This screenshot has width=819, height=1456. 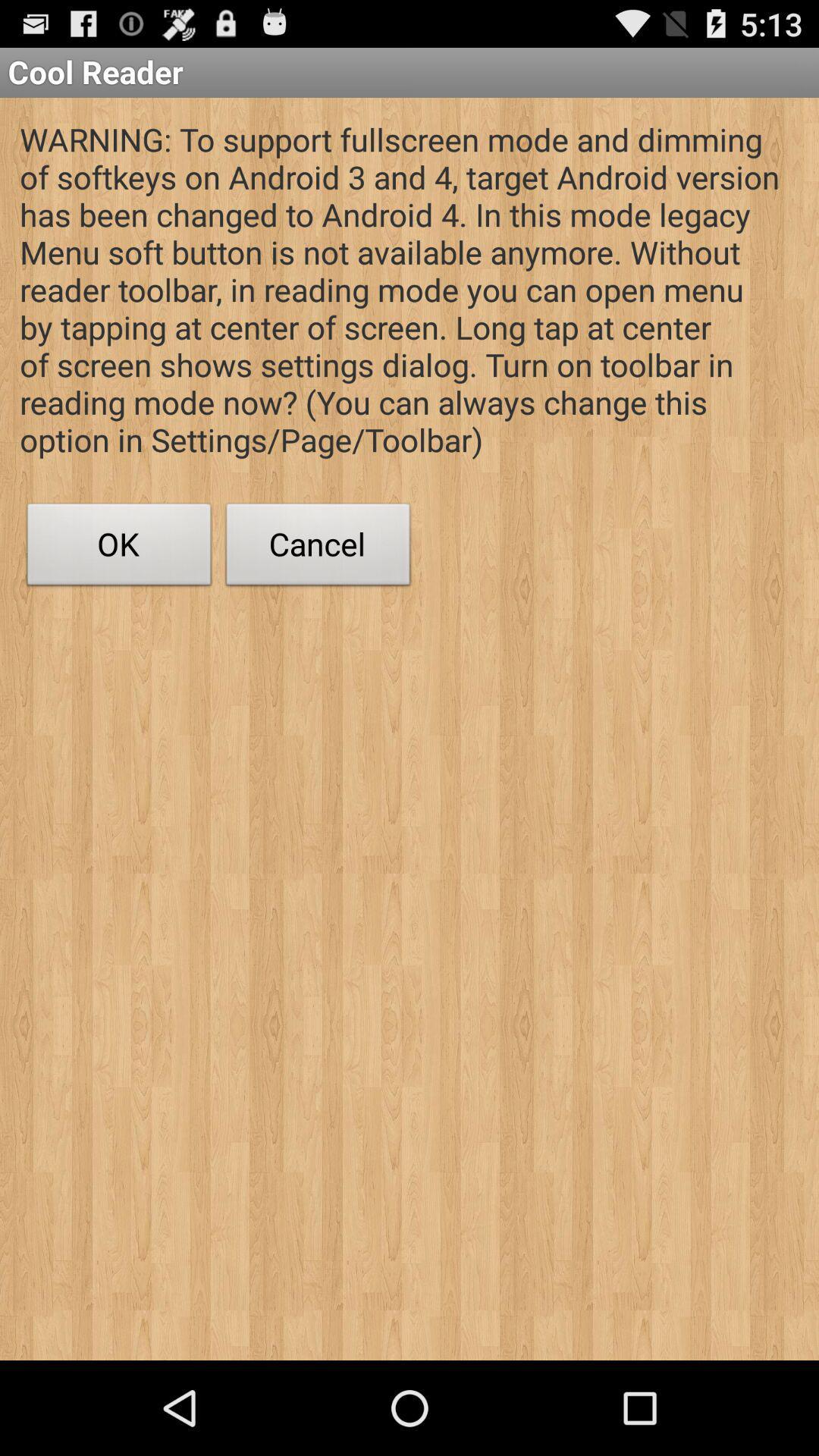 What do you see at coordinates (318, 548) in the screenshot?
I see `the cancel item` at bounding box center [318, 548].